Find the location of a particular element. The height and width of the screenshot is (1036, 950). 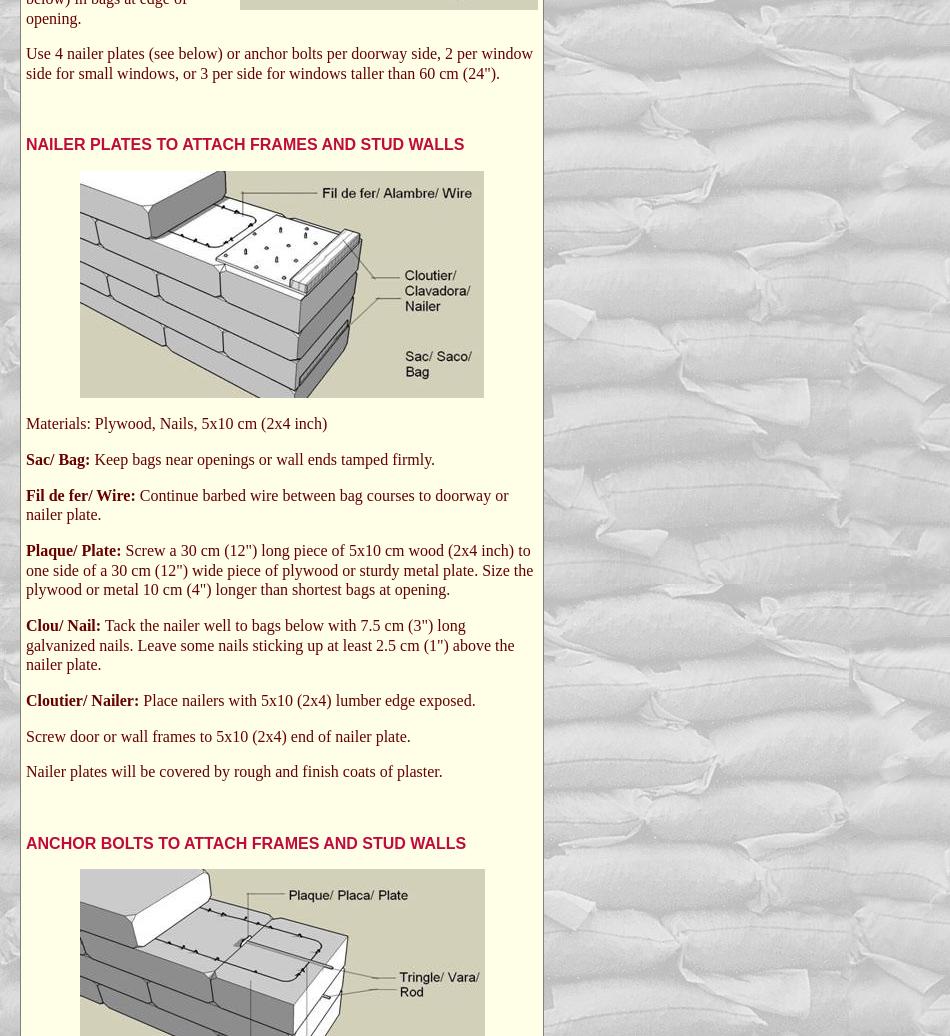

'Materials: Plywood, Nails, 5x10 cm (2x4 inch)' is located at coordinates (176, 423).